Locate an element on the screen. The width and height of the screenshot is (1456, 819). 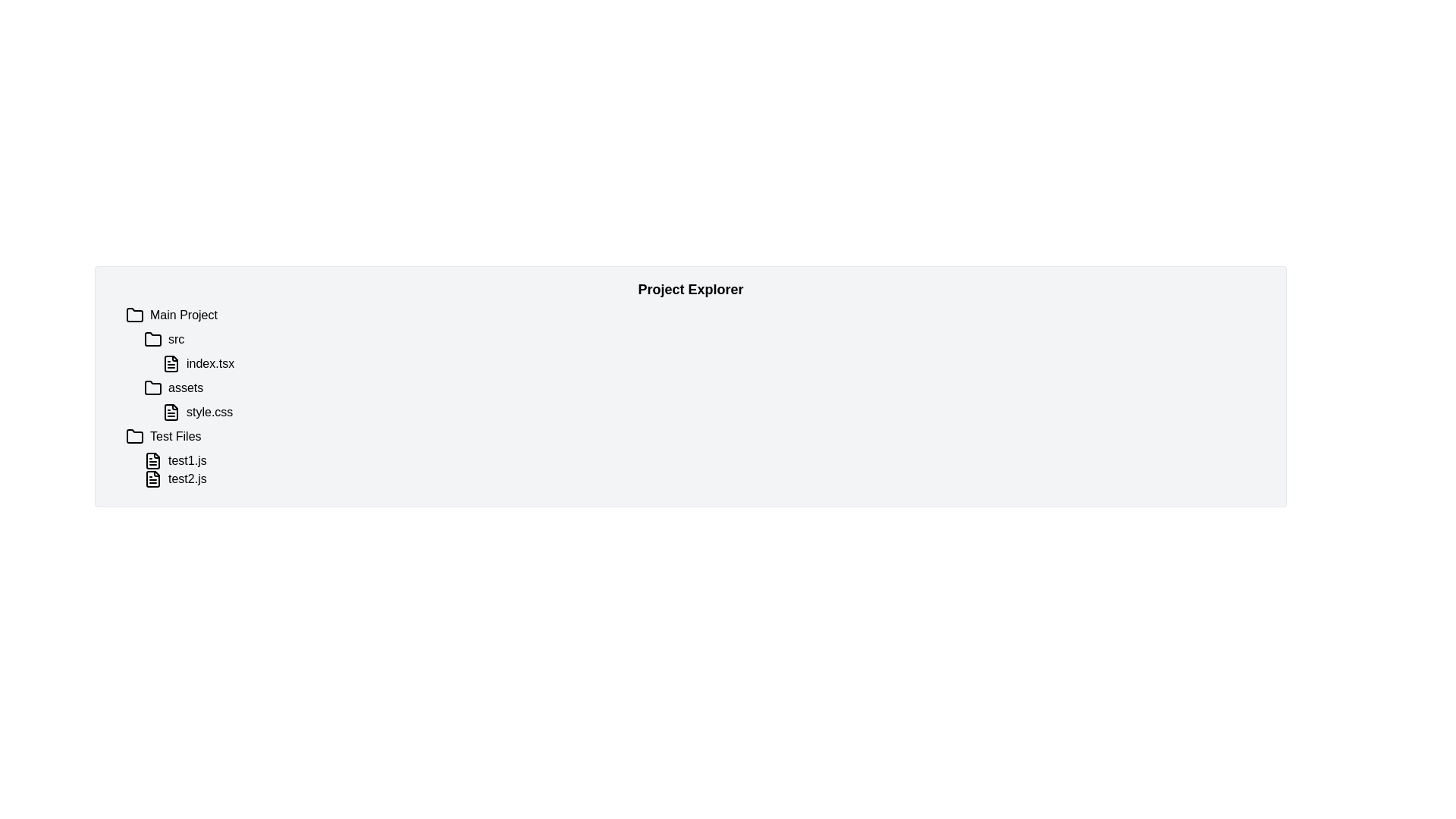
the folder icon for 'Main Project' located on the left side of the label is located at coordinates (134, 314).